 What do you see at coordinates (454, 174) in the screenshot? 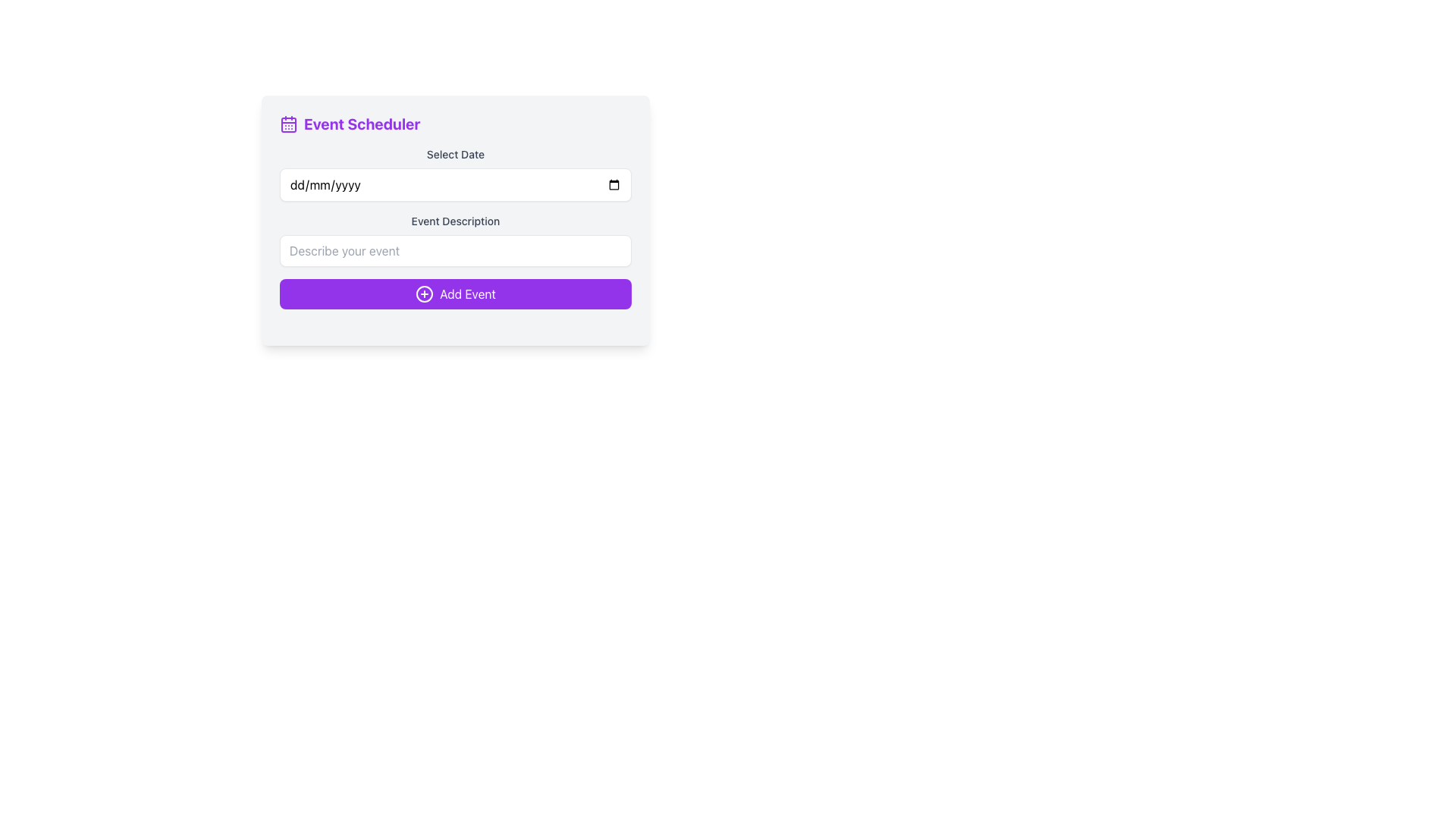
I see `the 'Select Date' input field, which is a rounded date input box positioned below the 'Event Scheduler' title and above the 'Event Description' input field` at bounding box center [454, 174].